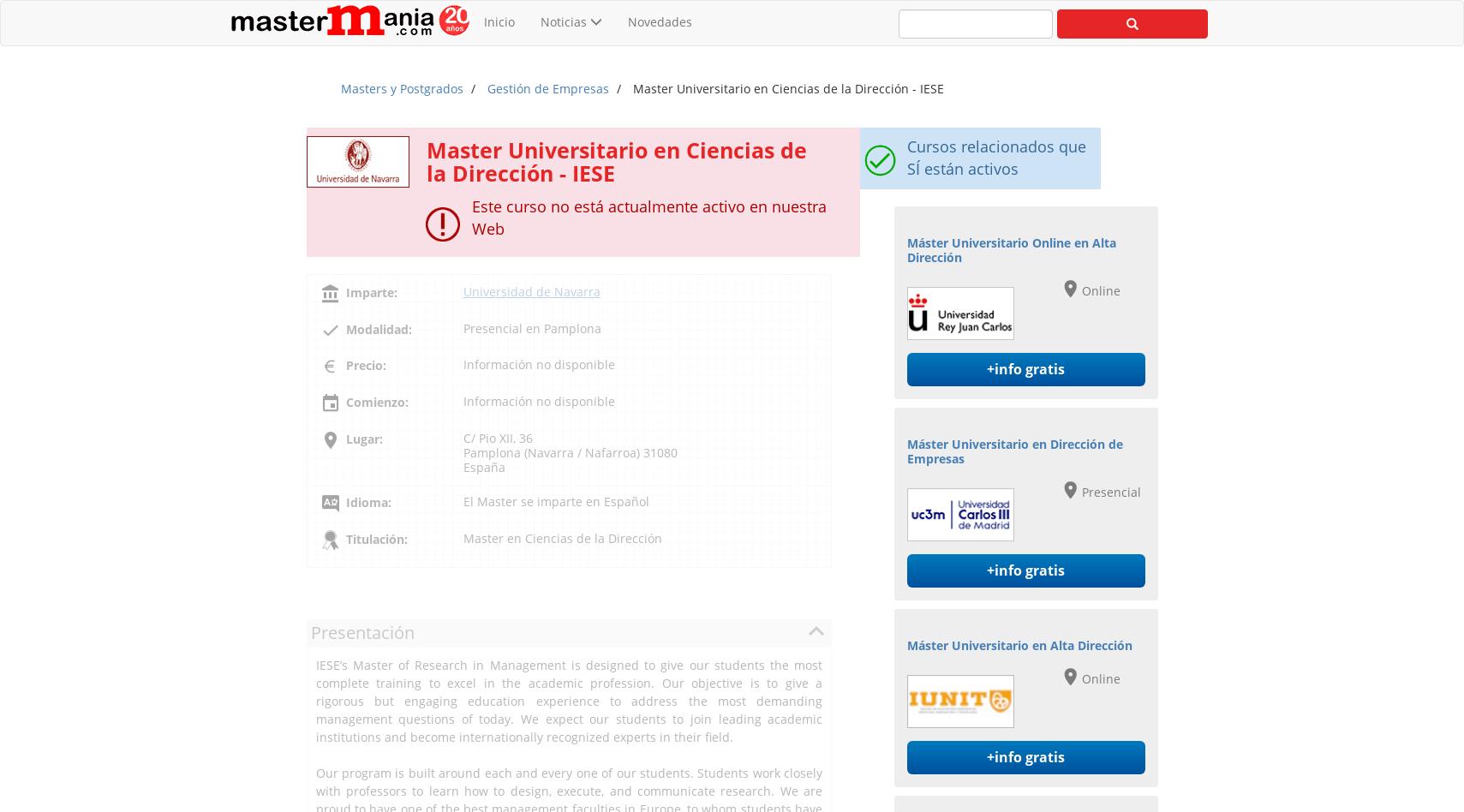 This screenshot has width=1464, height=812. Describe the element at coordinates (370, 291) in the screenshot. I see `'Imparte:'` at that location.